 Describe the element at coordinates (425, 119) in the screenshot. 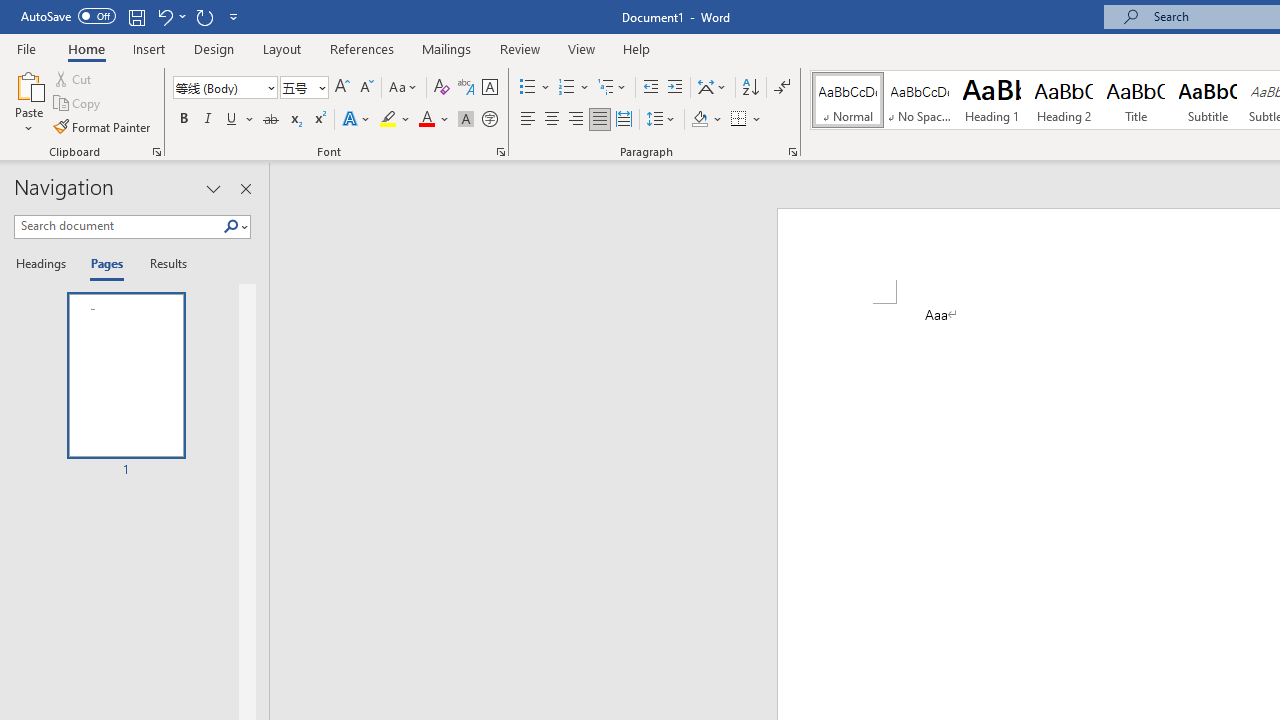

I see `'Font Color Red'` at that location.